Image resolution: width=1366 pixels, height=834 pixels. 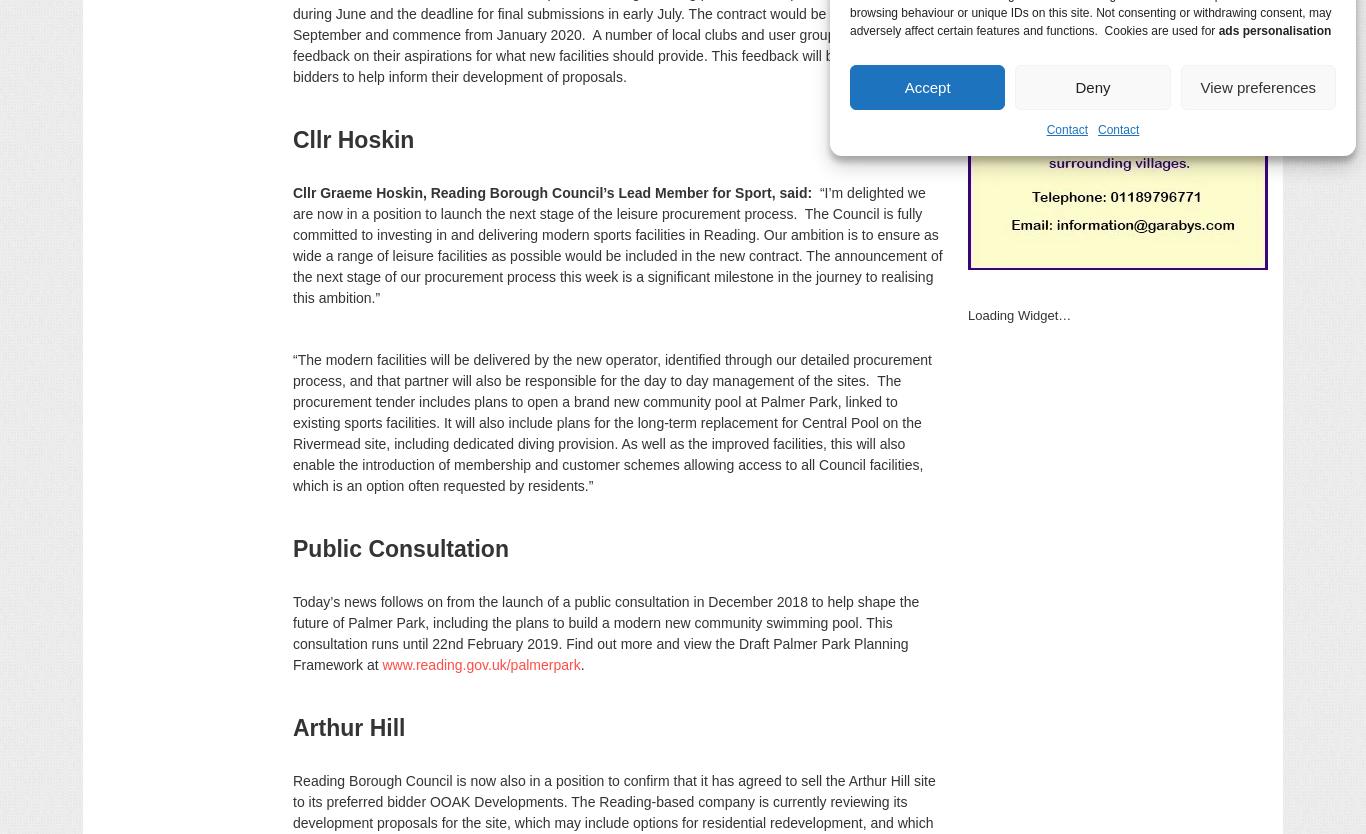 I want to click on 'Cllr Graeme Hoskin, Reading Borough Council’s Lead Member for Sport, said:', so click(x=555, y=192).